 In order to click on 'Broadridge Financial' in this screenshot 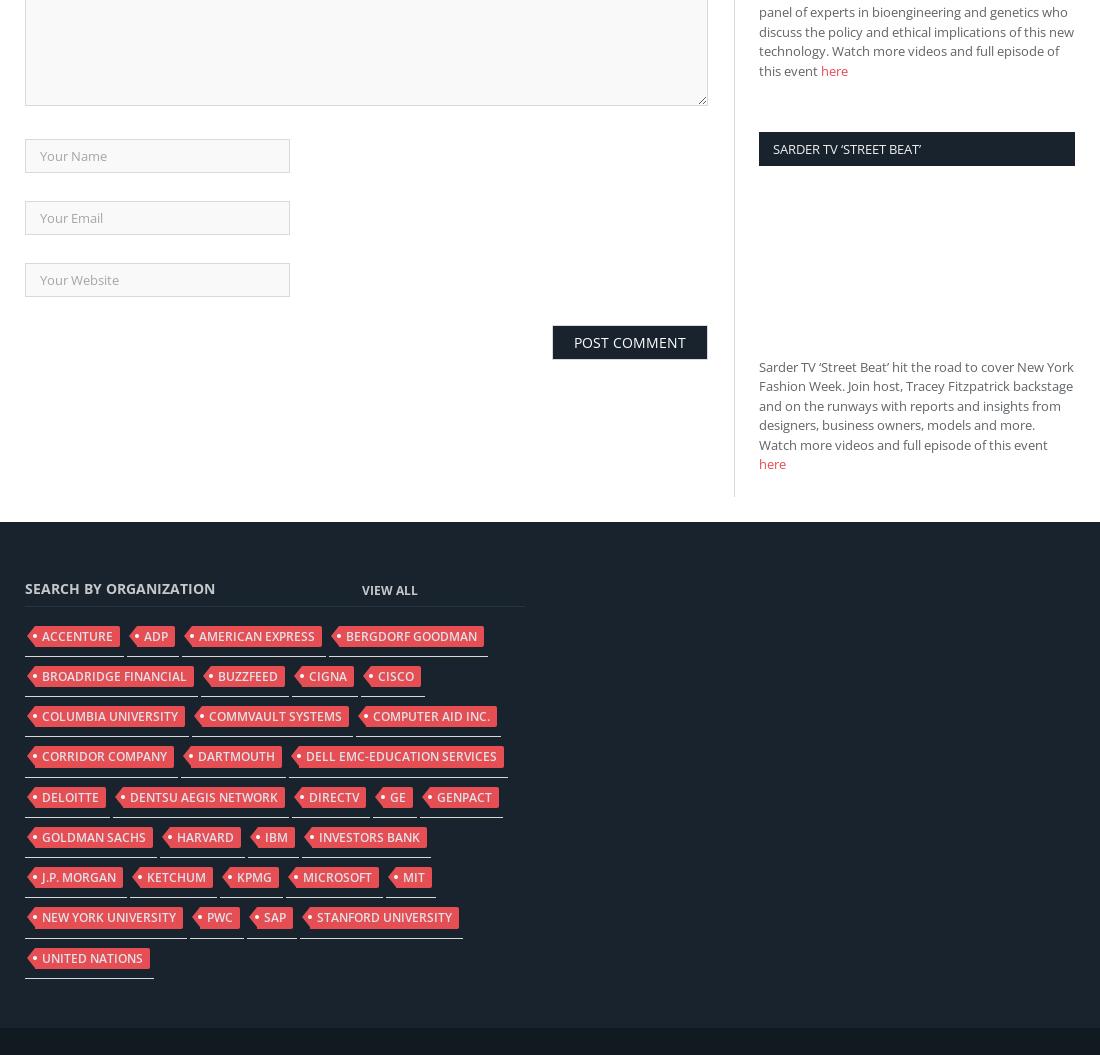, I will do `click(41, 674)`.